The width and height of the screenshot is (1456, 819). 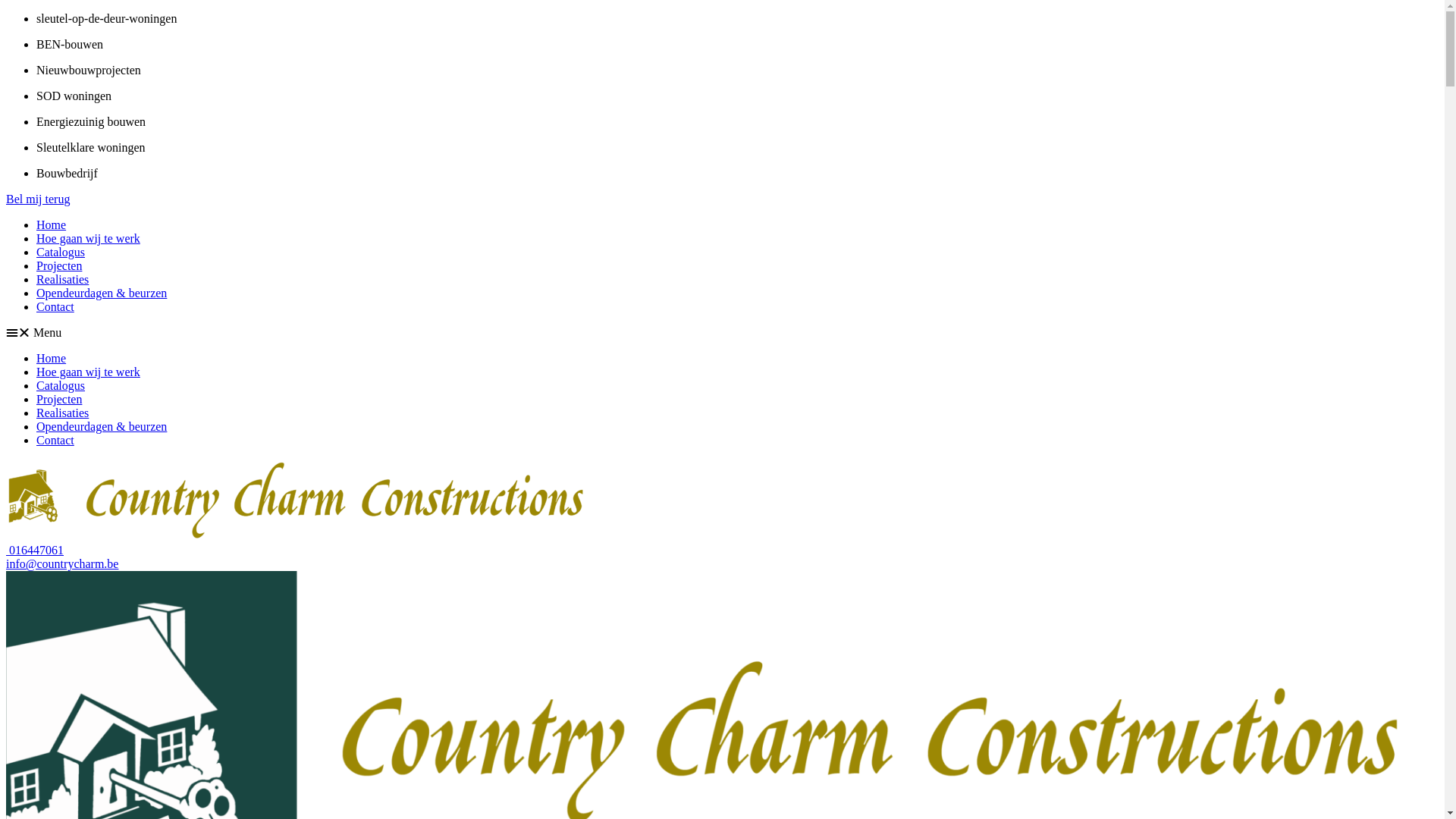 What do you see at coordinates (6, 563) in the screenshot?
I see `'info@countrycharm.be'` at bounding box center [6, 563].